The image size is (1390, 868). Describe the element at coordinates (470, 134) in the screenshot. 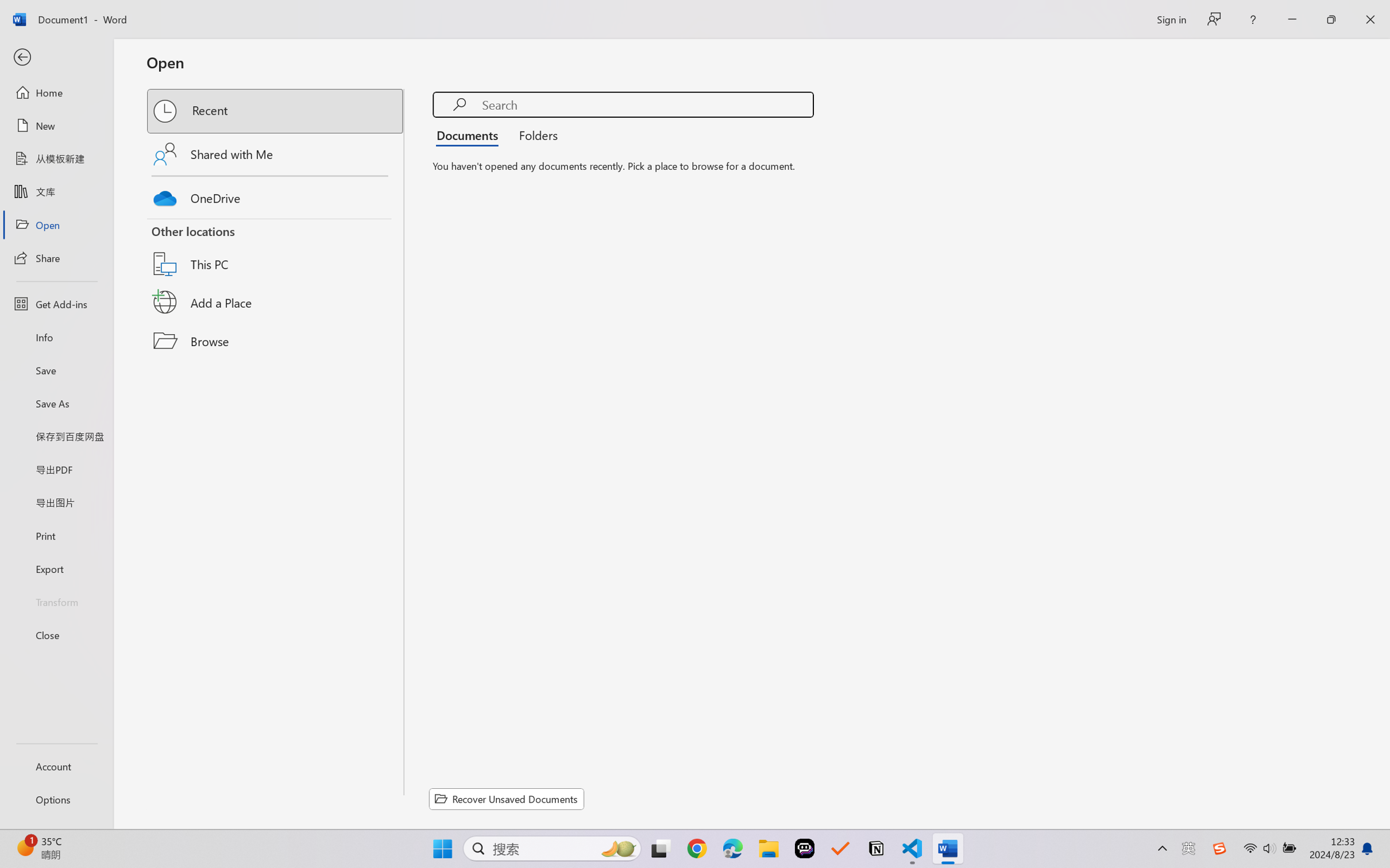

I see `'Documents'` at that location.